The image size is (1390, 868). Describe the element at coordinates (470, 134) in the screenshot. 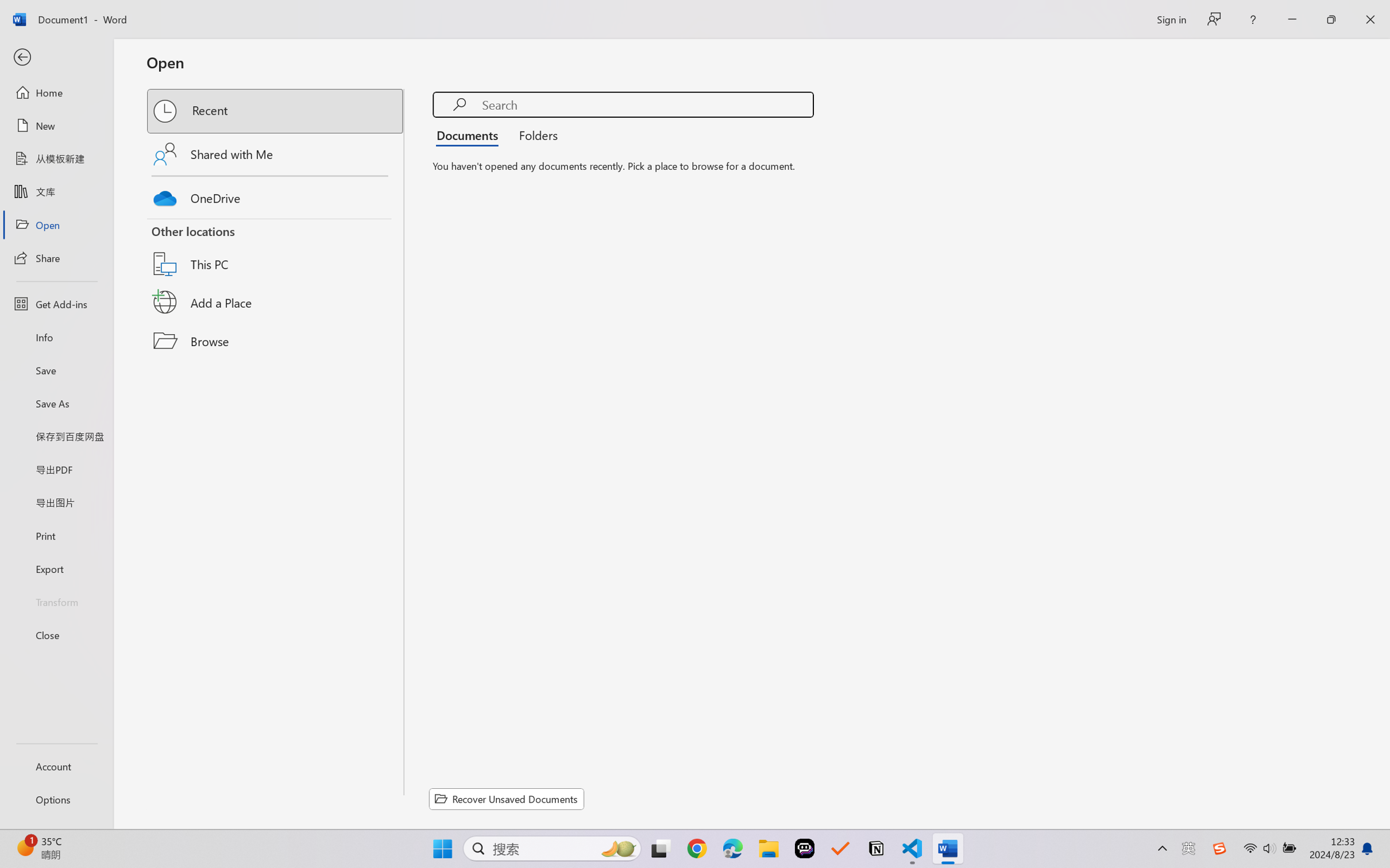

I see `'Documents'` at that location.